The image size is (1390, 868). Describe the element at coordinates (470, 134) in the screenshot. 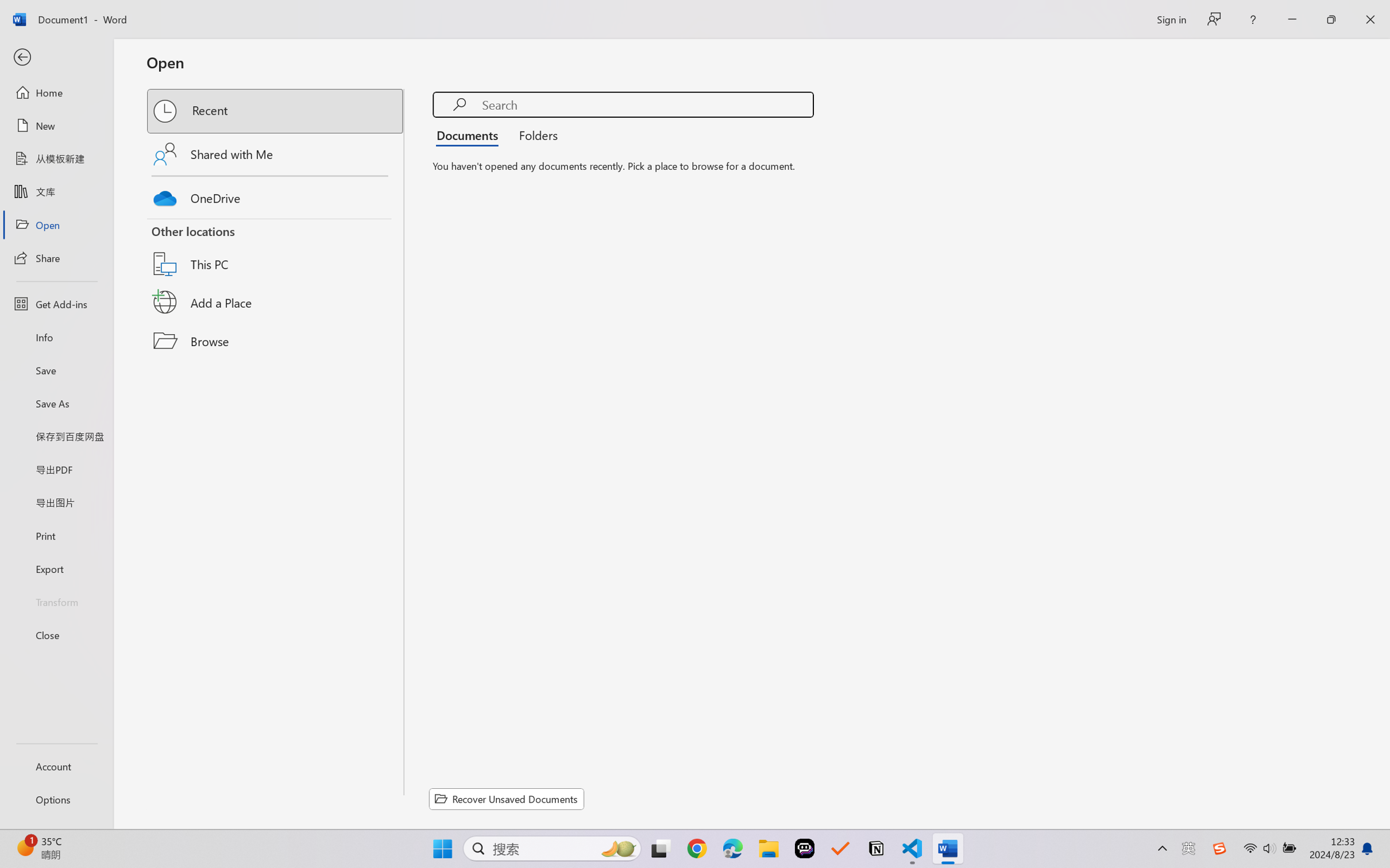

I see `'Documents'` at that location.